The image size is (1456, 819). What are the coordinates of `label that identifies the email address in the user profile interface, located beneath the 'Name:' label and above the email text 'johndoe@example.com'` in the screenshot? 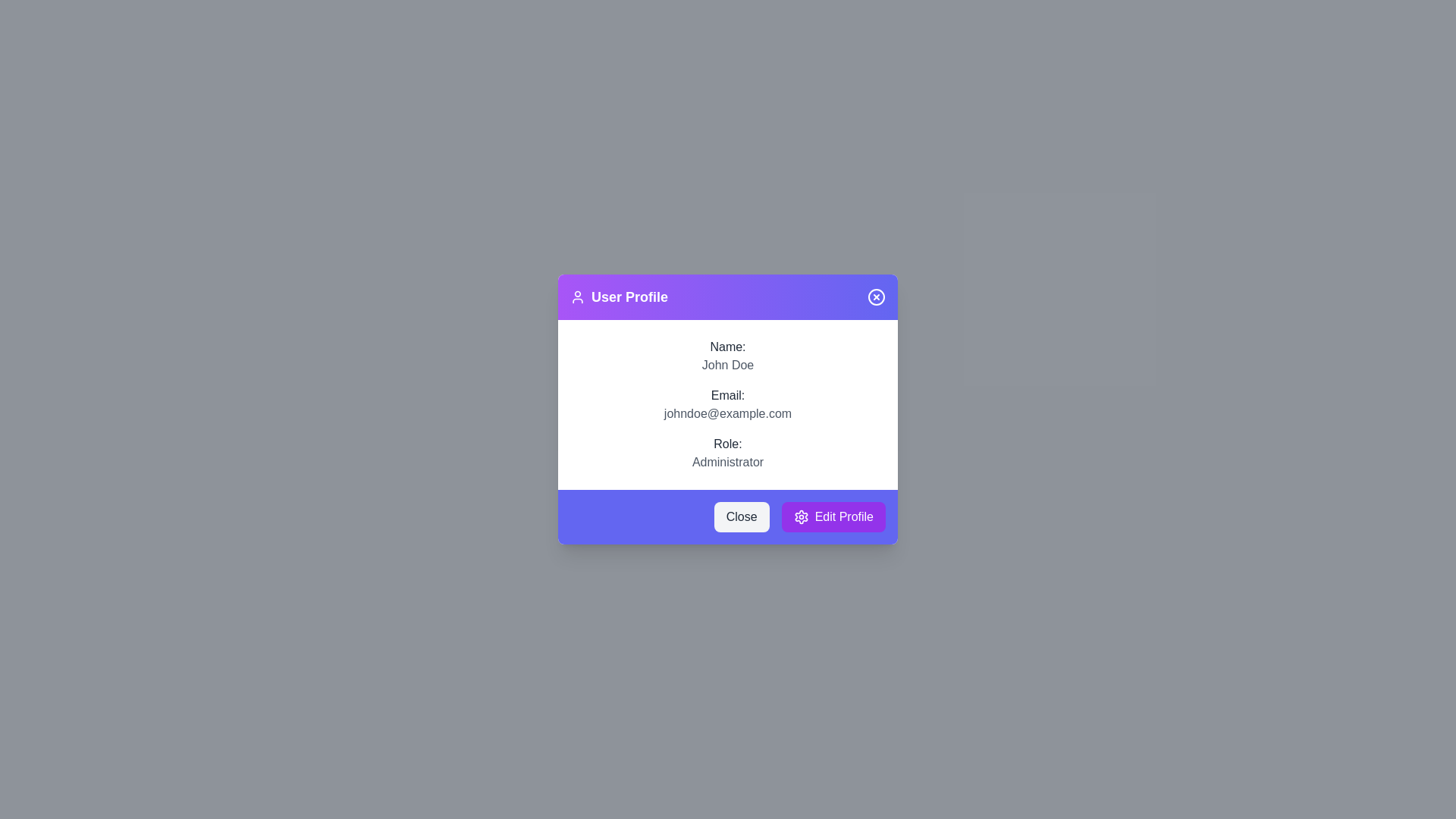 It's located at (728, 394).